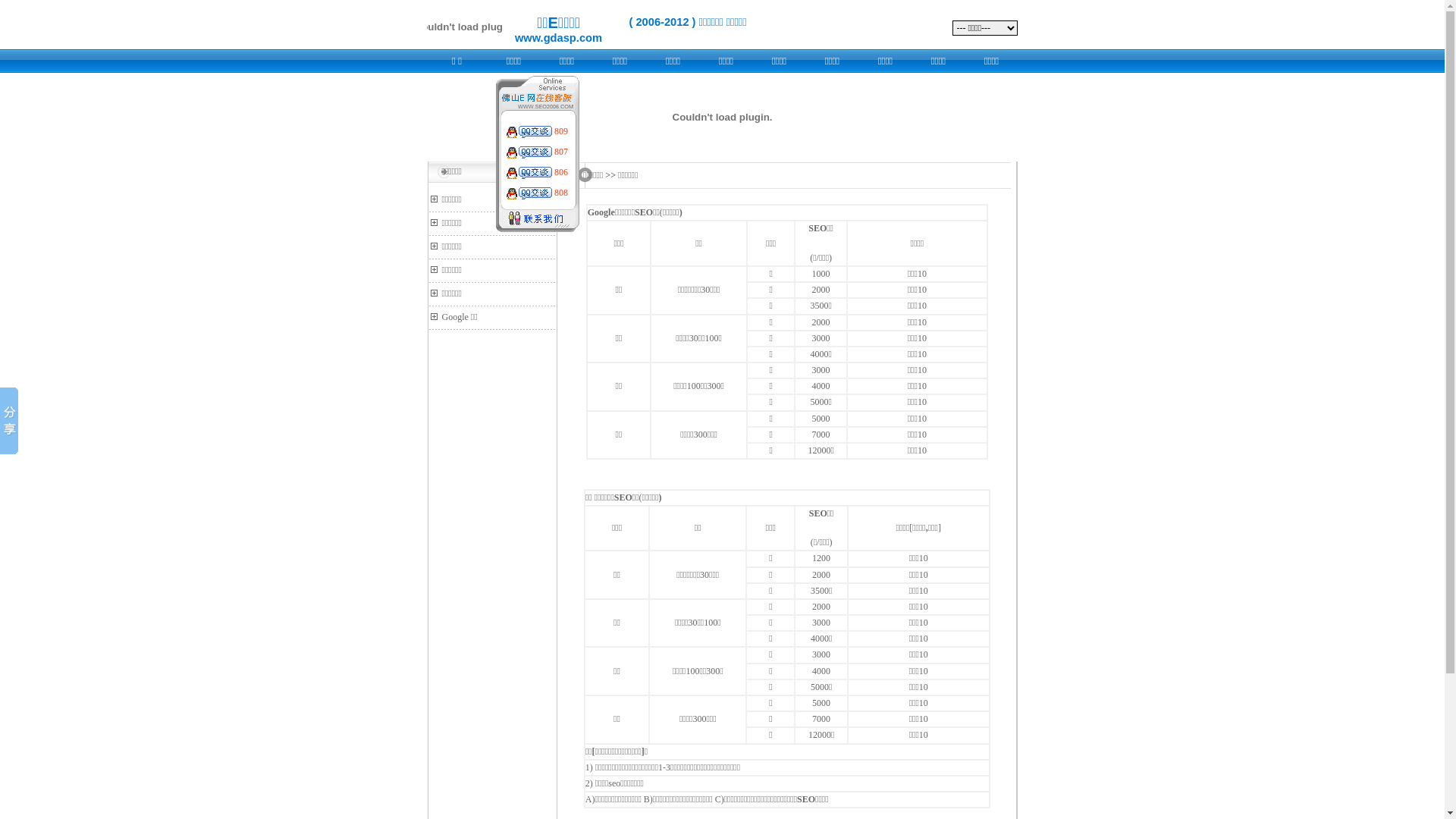 This screenshot has height=819, width=1456. I want to click on 'www.gdasp.com', so click(557, 37).